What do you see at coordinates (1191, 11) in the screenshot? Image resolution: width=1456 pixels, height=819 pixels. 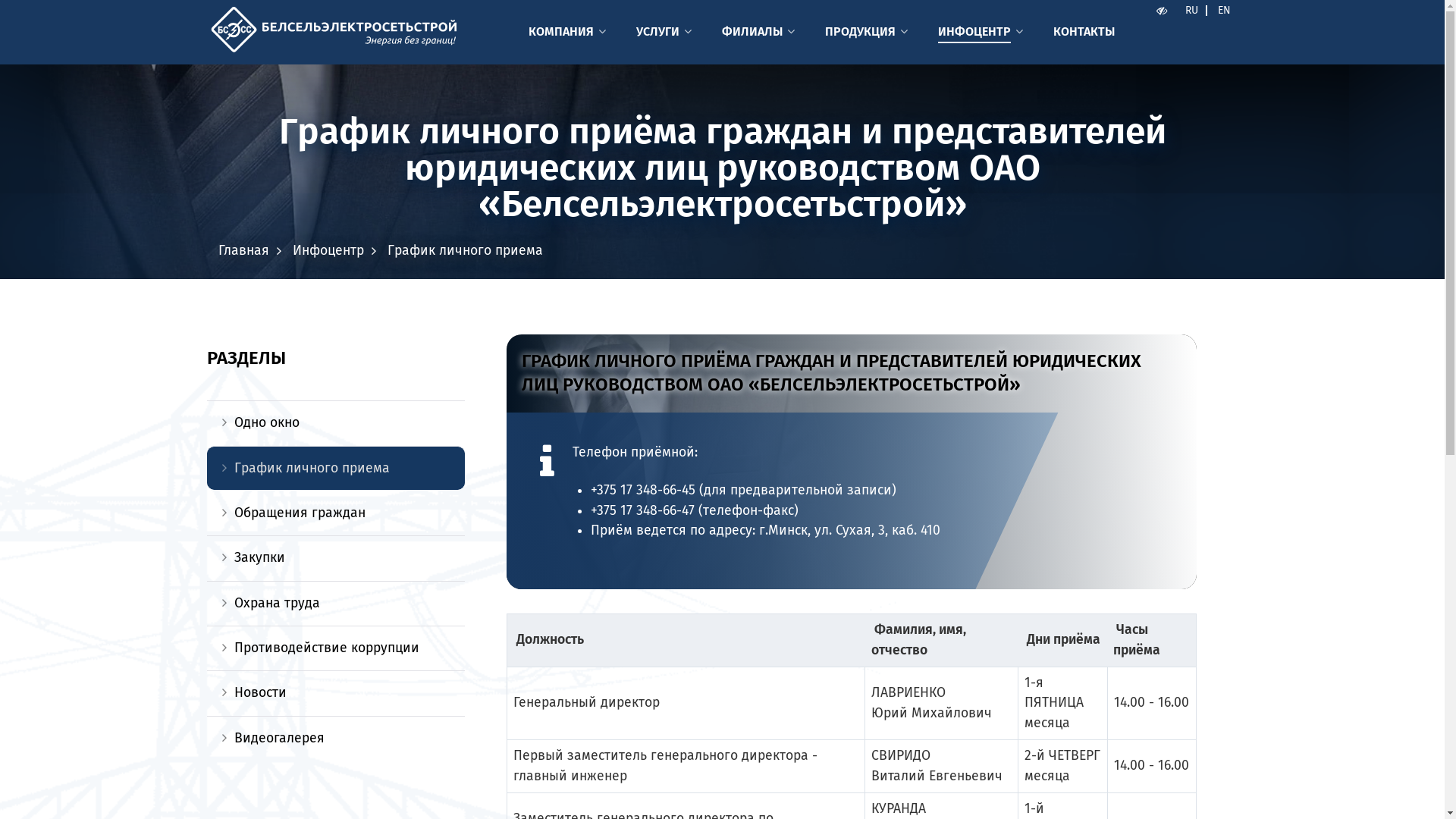 I see `'RU'` at bounding box center [1191, 11].